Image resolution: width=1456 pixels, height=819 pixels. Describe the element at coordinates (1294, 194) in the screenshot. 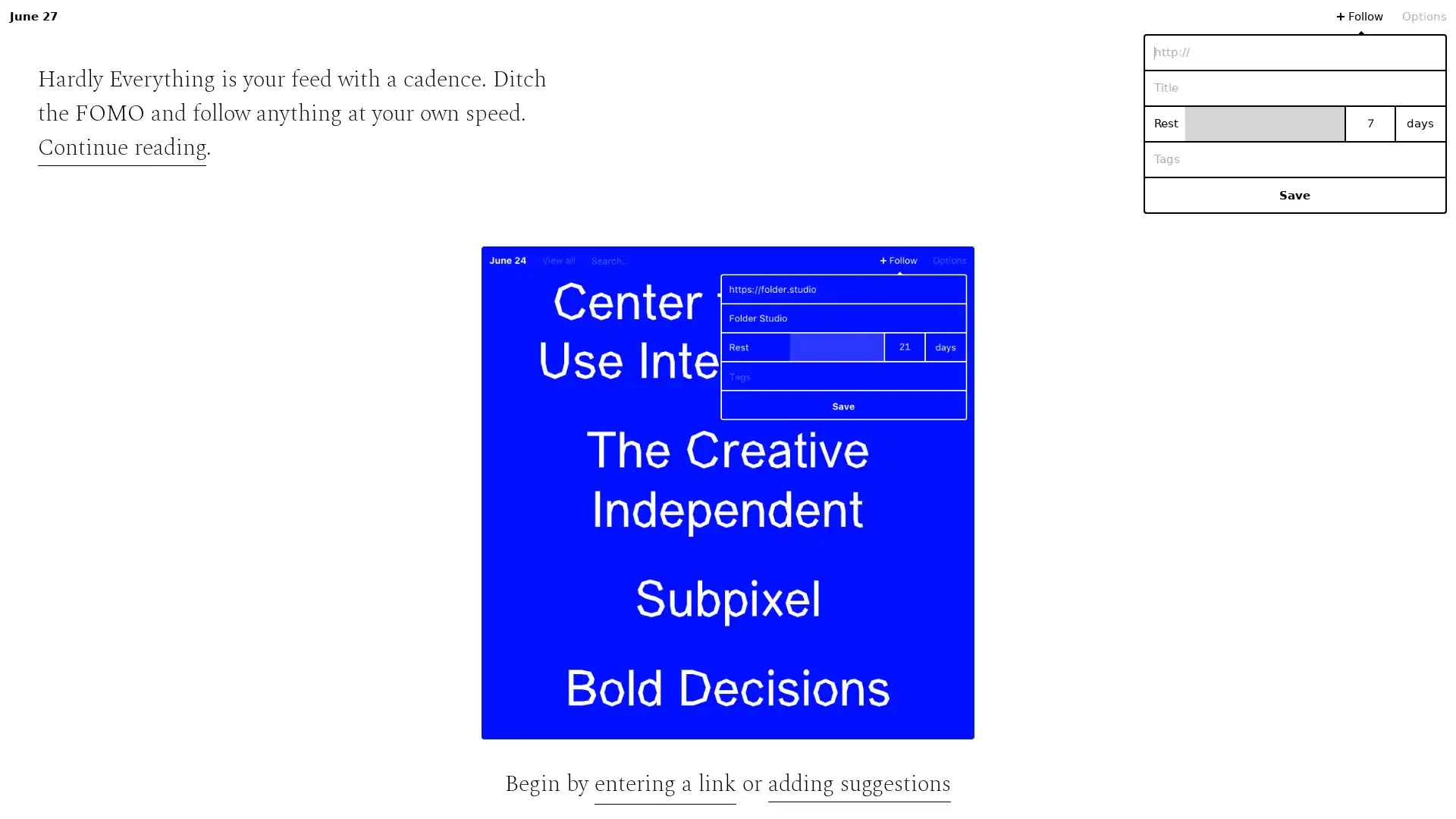

I see `Save` at that location.